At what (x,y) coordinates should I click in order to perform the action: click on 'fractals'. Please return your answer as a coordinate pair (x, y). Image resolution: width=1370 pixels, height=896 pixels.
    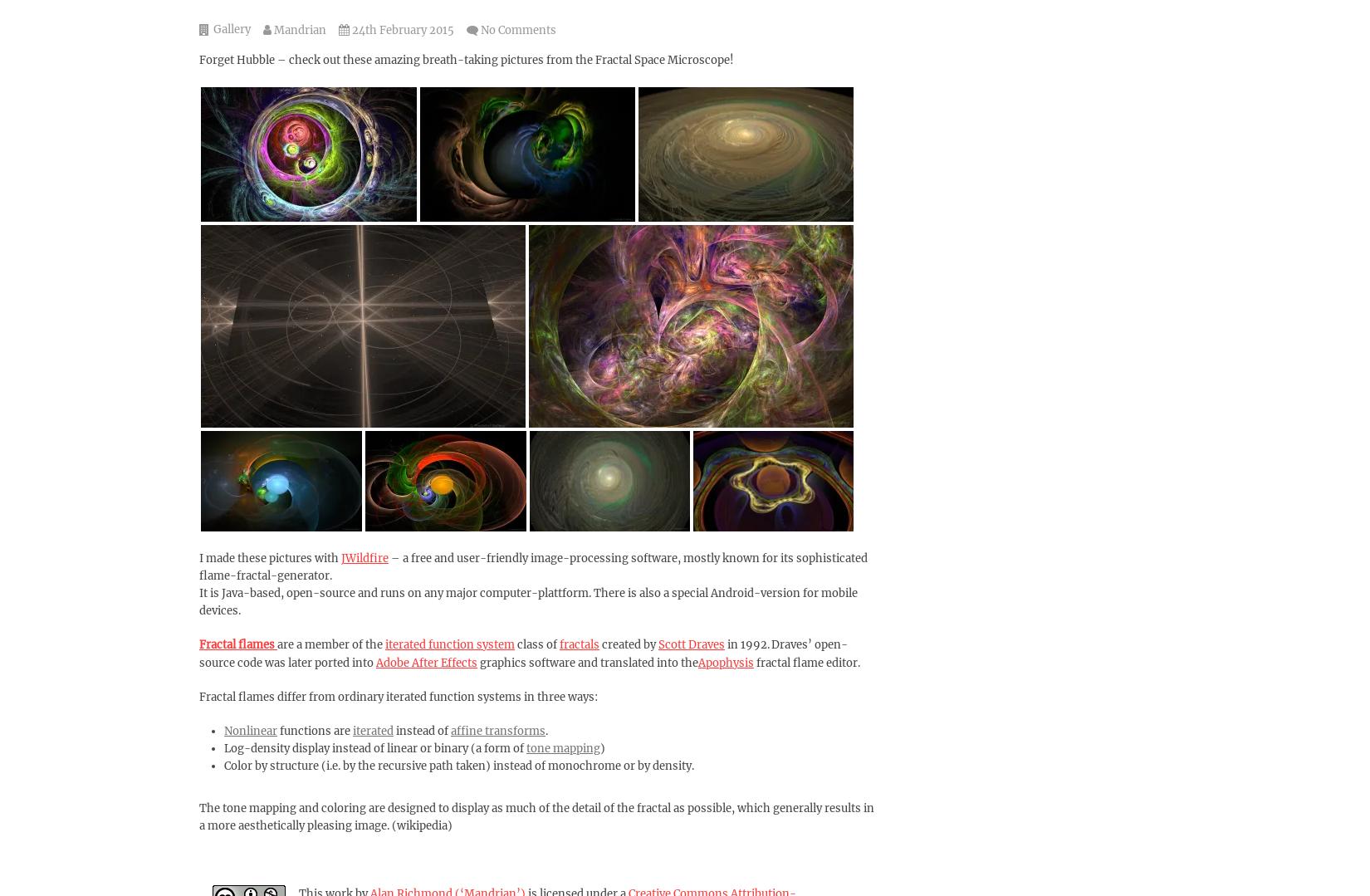
    Looking at the image, I should click on (578, 644).